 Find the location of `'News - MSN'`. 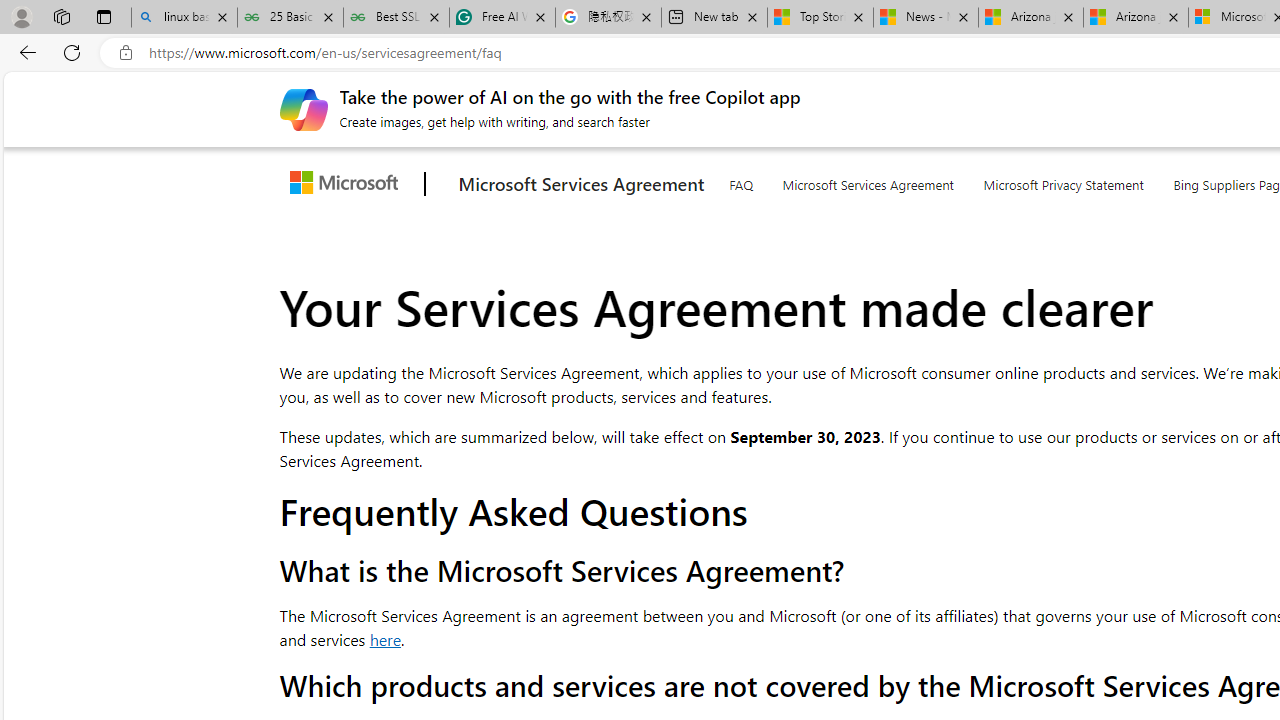

'News - MSN' is located at coordinates (925, 17).